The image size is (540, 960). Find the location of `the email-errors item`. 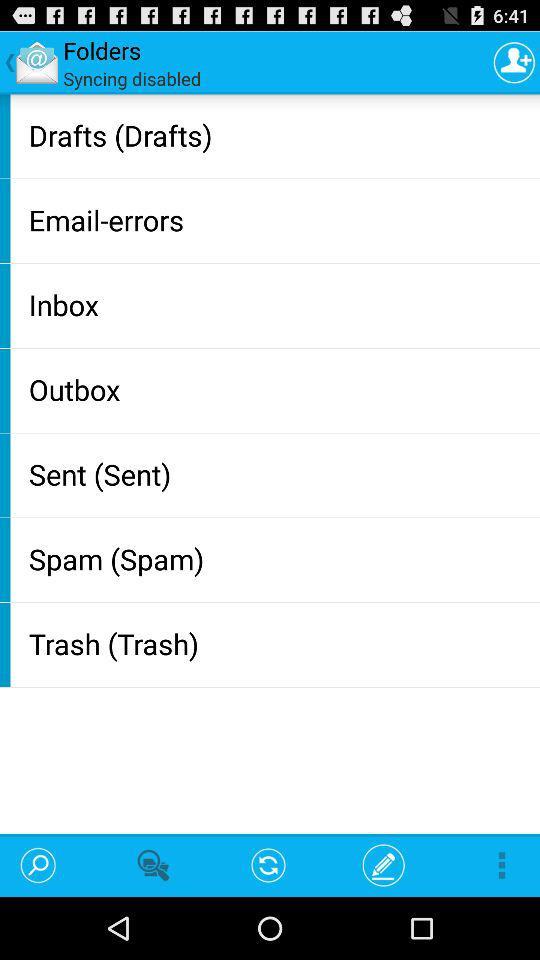

the email-errors item is located at coordinates (279, 219).